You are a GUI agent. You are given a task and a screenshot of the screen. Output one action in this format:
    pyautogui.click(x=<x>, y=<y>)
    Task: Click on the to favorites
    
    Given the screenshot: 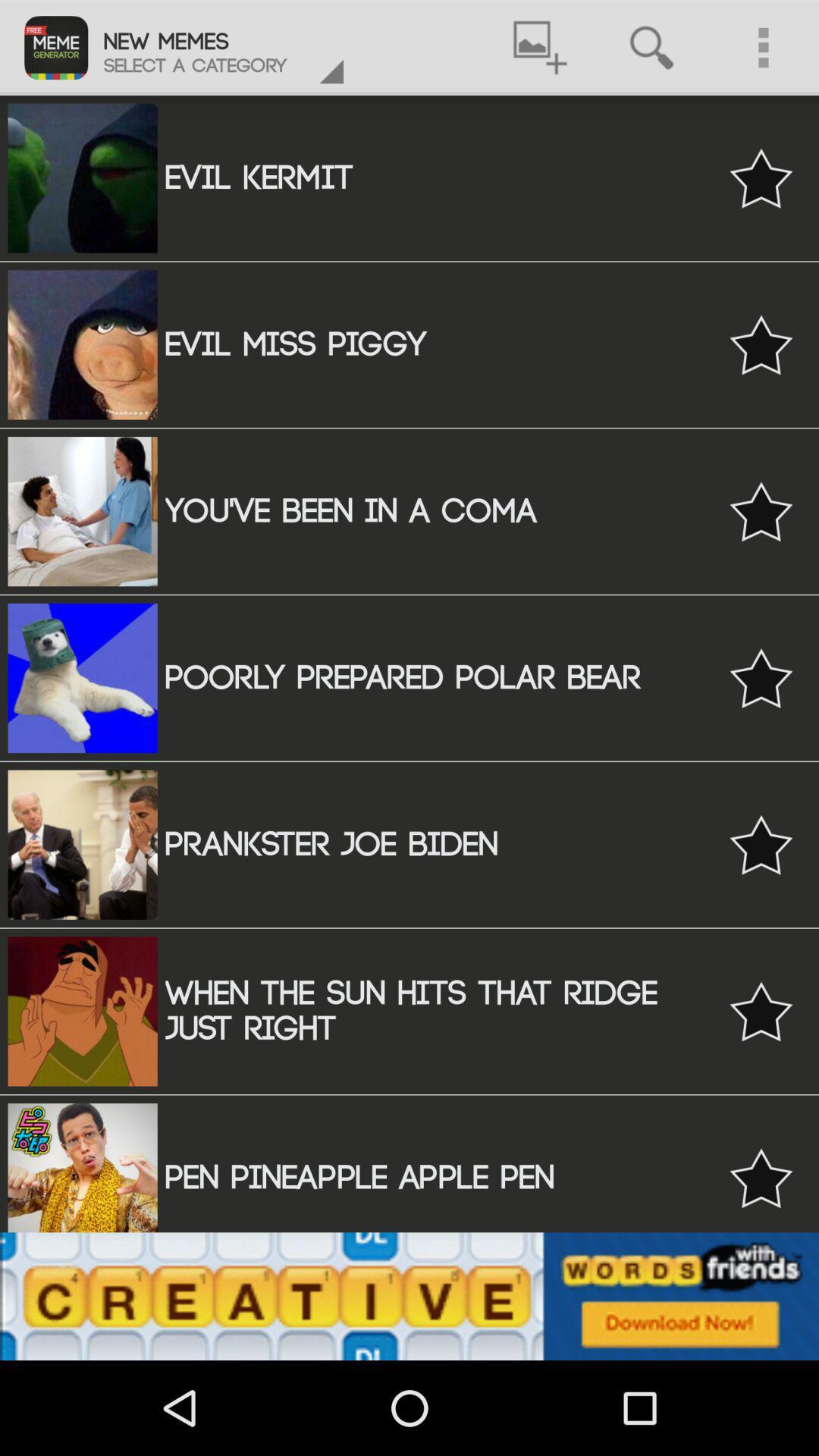 What is the action you would take?
    pyautogui.click(x=761, y=677)
    